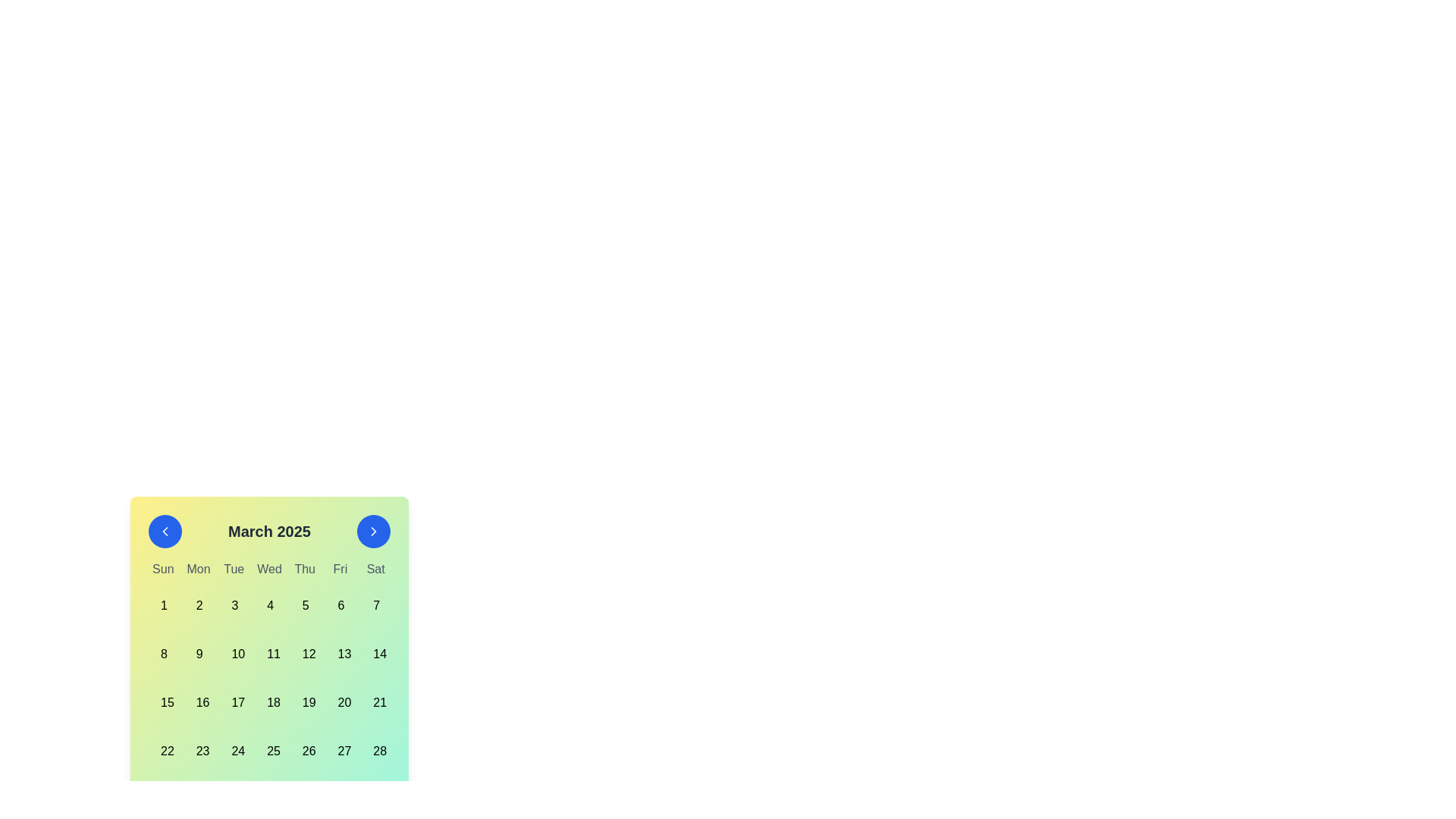  Describe the element at coordinates (198, 752) in the screenshot. I see `the square button with a green background and the number '23' centered in black text, located in the fourth row and second column of the calendar's week grid` at that location.